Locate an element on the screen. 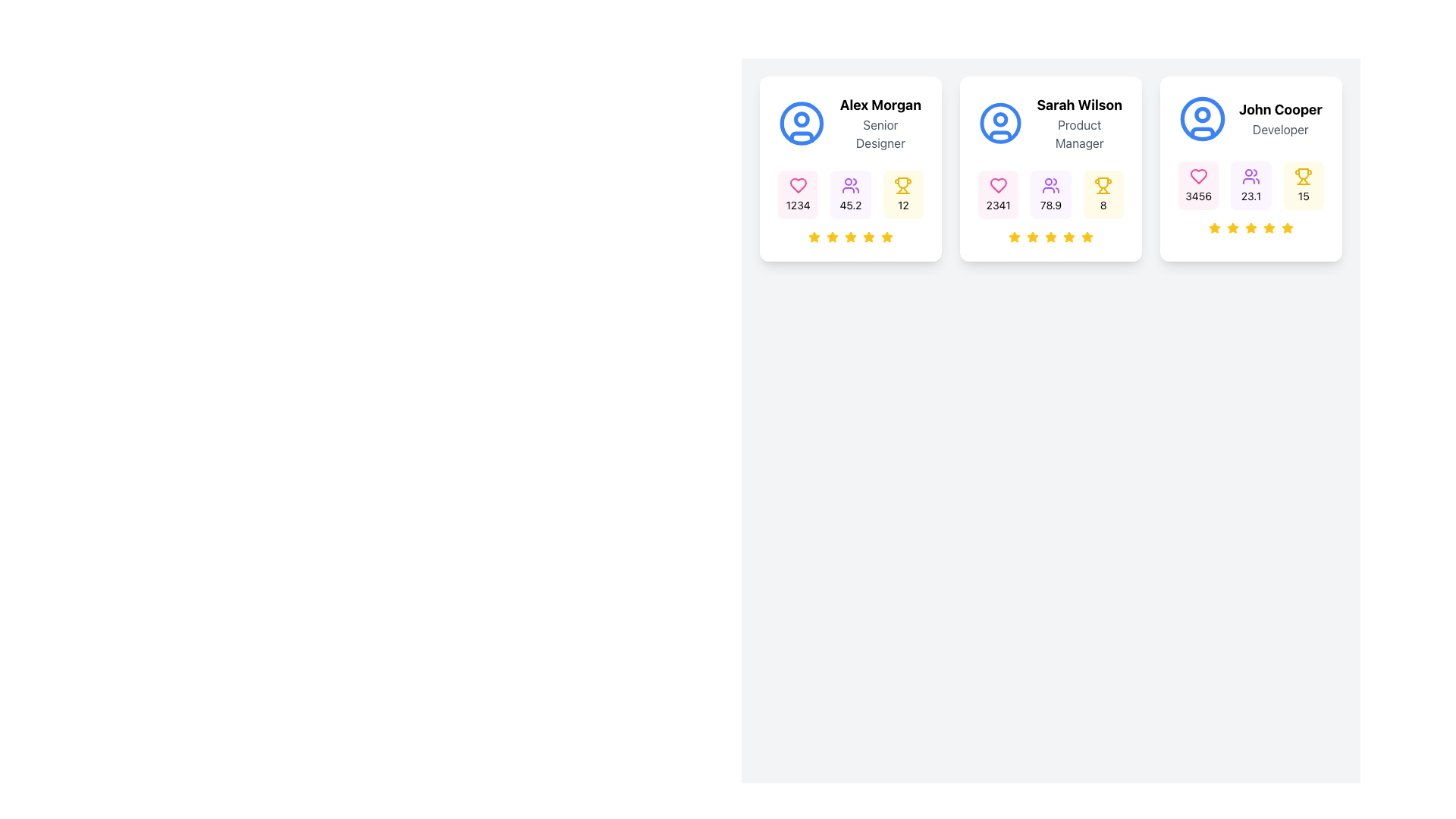 This screenshot has height=819, width=1456. the first yellow star icon in the rating system under the user card for 'Sarah Wilson' is located at coordinates (1015, 237).